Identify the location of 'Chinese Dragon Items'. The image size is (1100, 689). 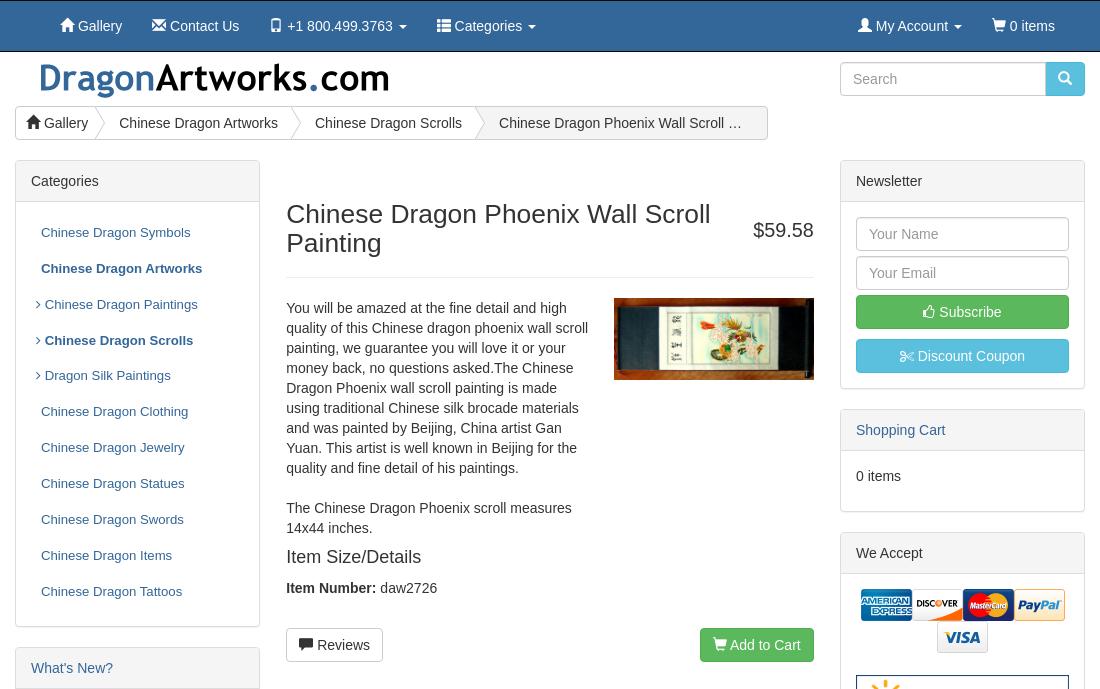
(40, 553).